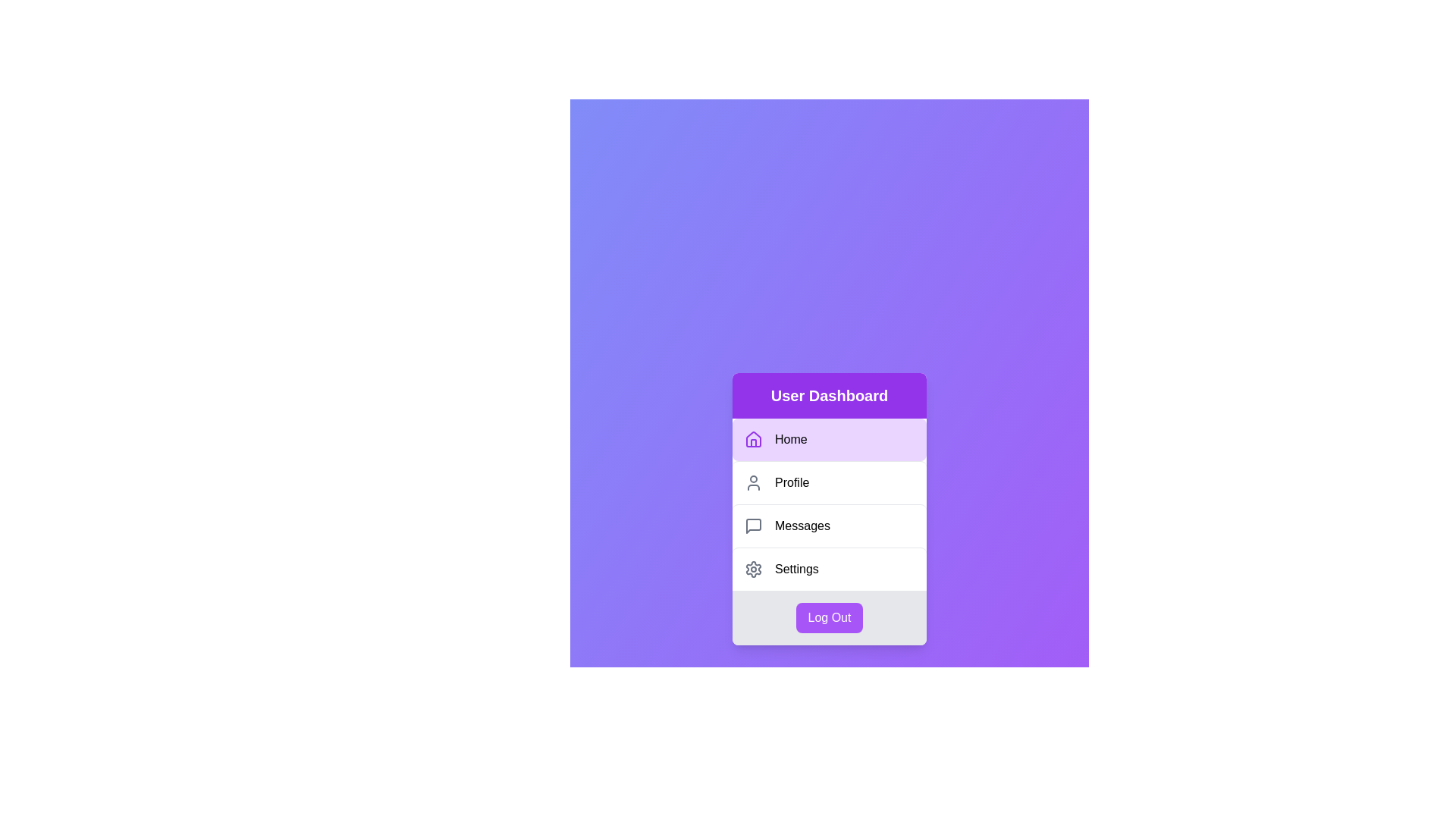 This screenshot has width=1456, height=819. Describe the element at coordinates (829, 439) in the screenshot. I see `the menu item Home` at that location.